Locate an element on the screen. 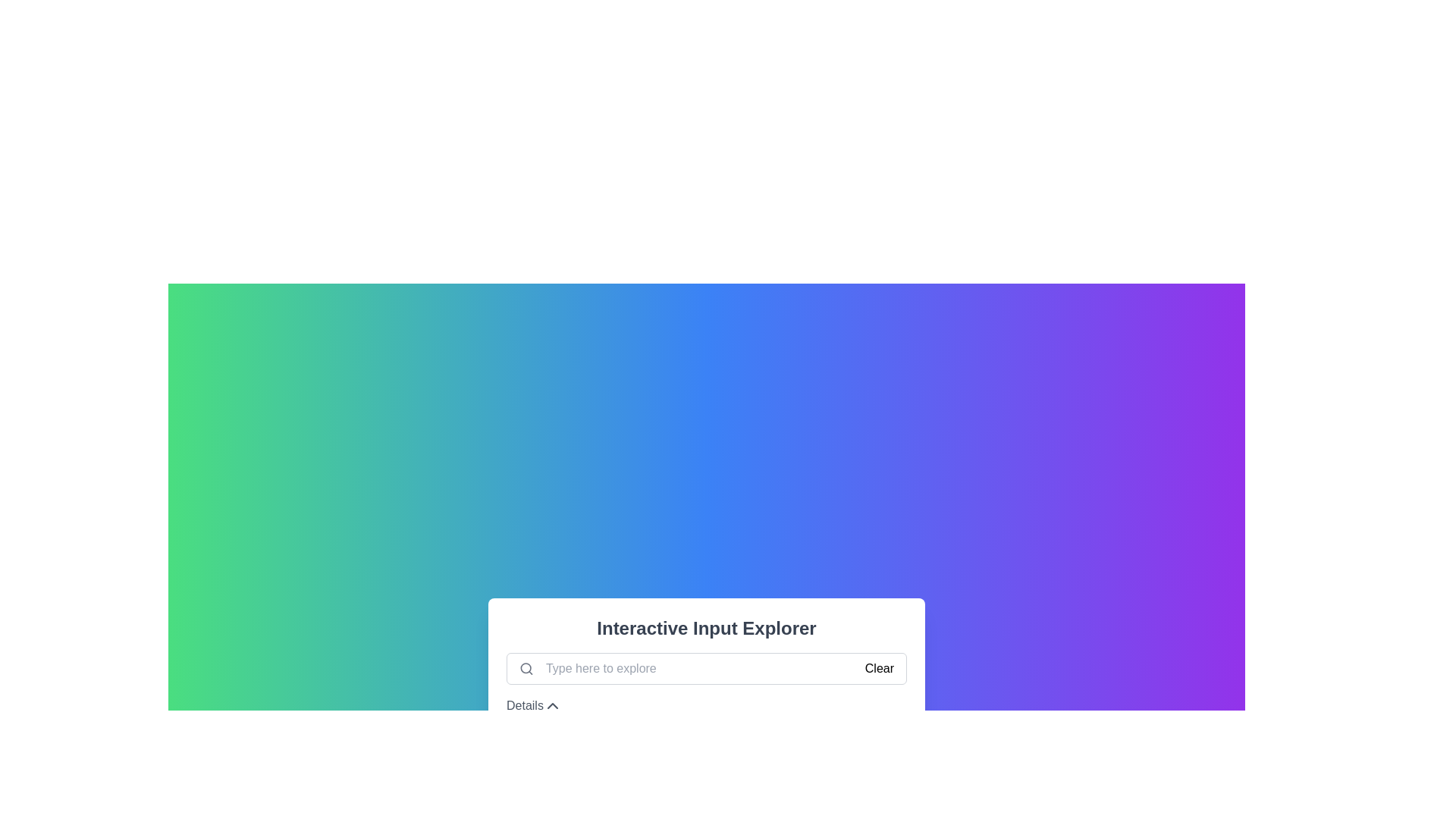  the Interactive Text with Icon located in the bottom-left section of the 'Interactive Input Explorer' component to interact with it is located at coordinates (534, 705).